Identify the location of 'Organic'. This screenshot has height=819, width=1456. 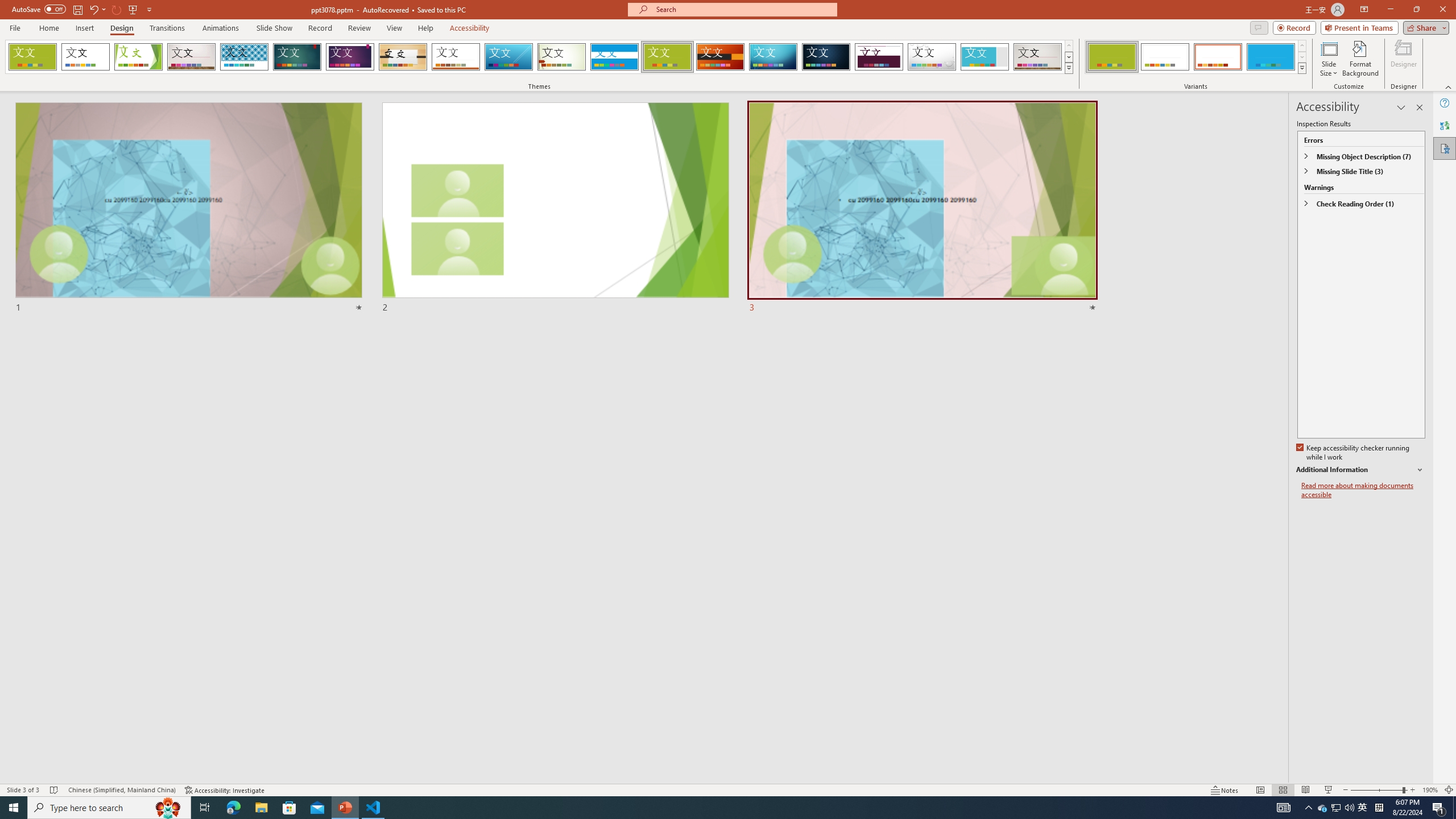
(403, 56).